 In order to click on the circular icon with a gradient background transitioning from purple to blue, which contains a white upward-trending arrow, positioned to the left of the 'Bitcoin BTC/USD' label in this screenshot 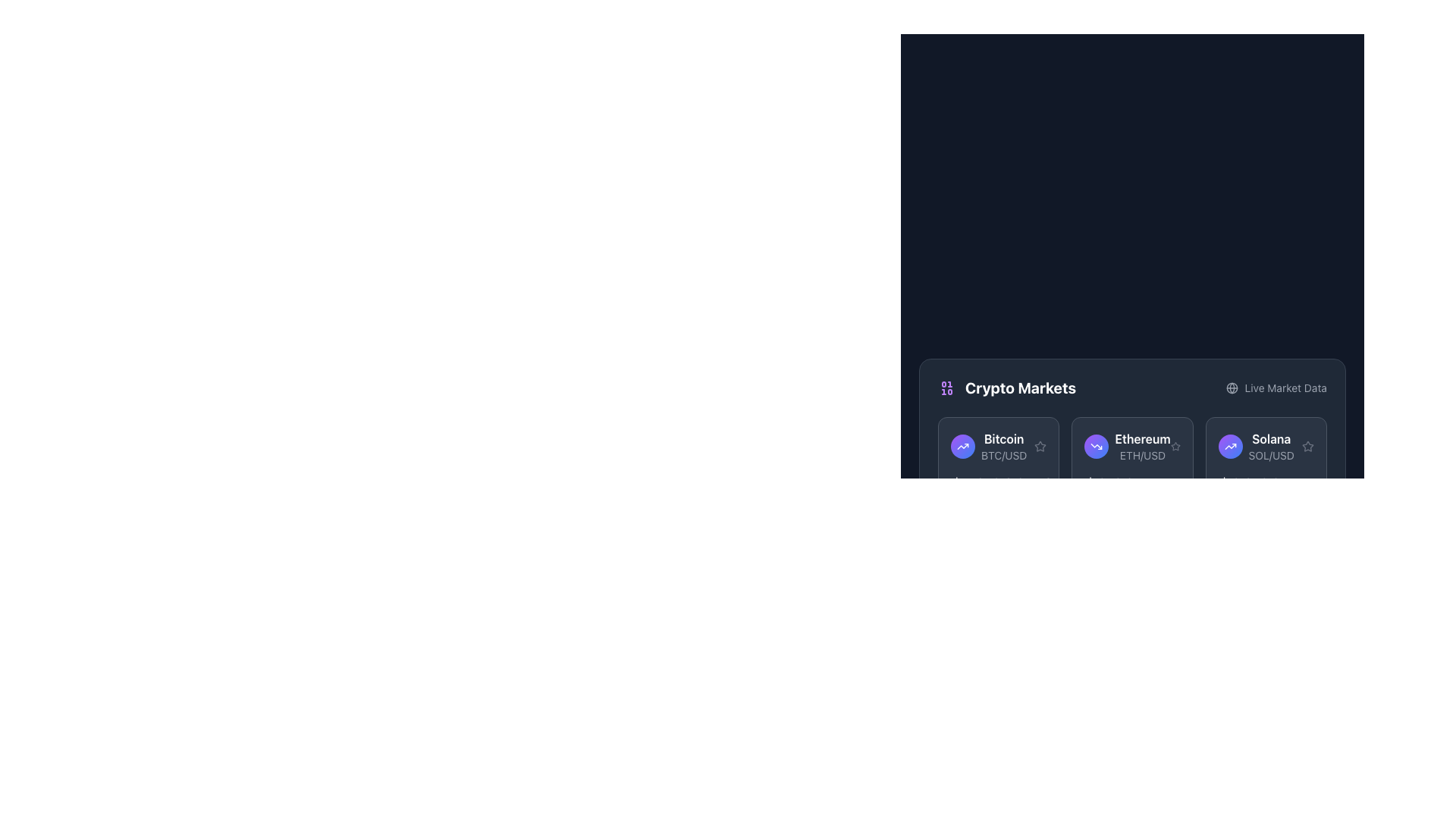, I will do `click(962, 446)`.